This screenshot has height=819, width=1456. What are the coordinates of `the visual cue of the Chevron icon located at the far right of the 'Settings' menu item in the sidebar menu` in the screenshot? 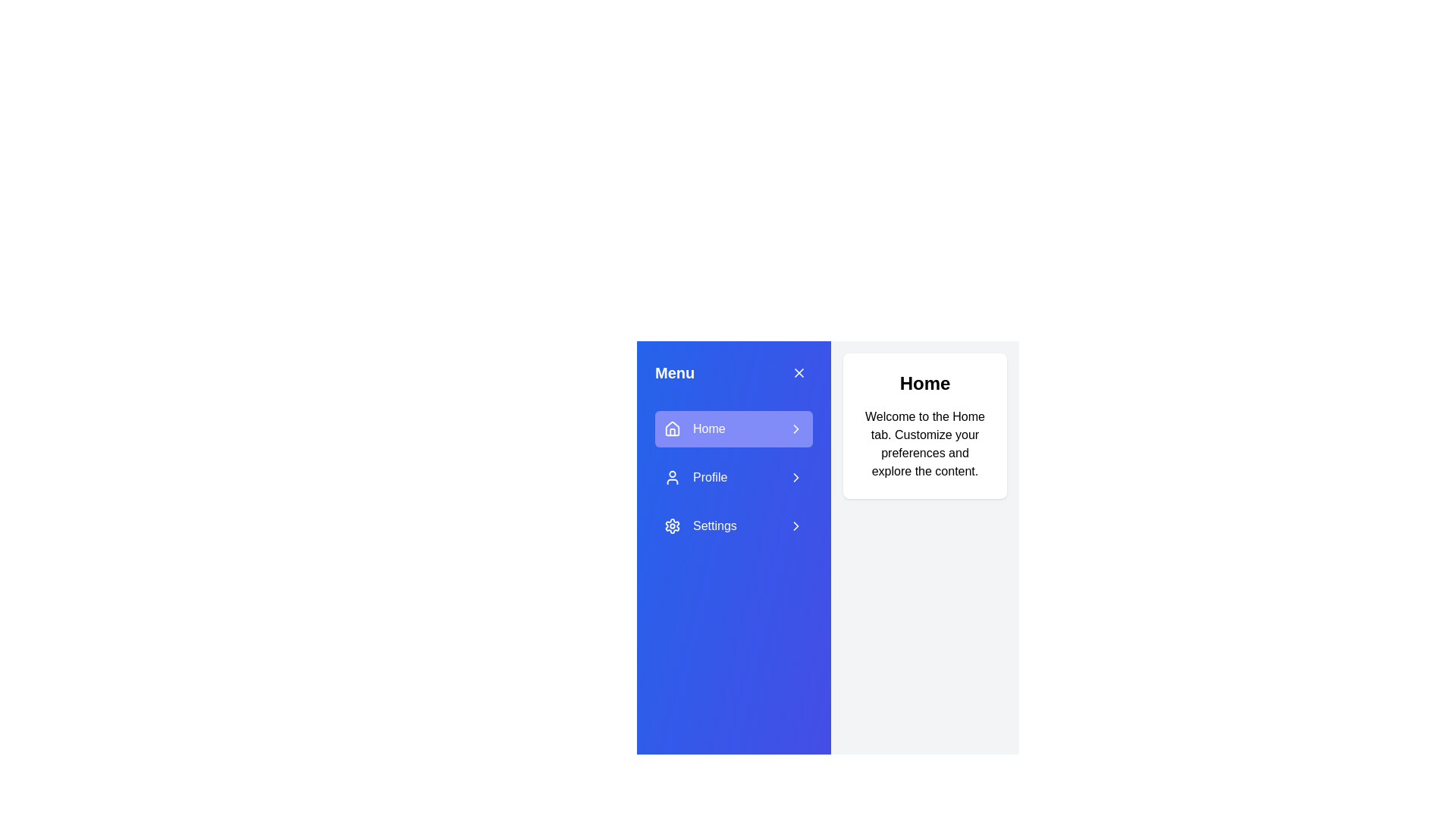 It's located at (795, 526).